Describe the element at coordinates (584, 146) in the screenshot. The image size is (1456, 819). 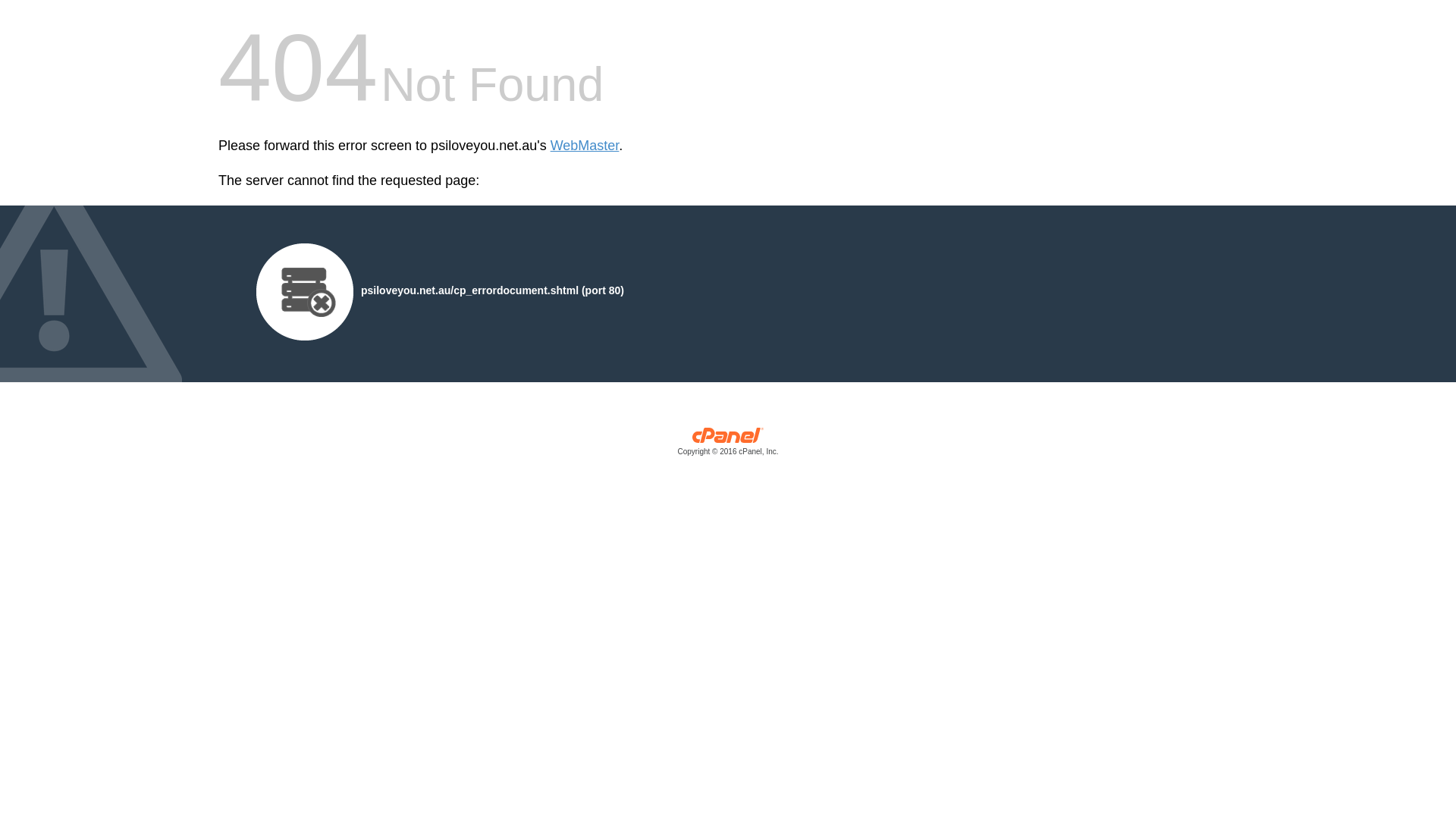
I see `'WebMaster'` at that location.